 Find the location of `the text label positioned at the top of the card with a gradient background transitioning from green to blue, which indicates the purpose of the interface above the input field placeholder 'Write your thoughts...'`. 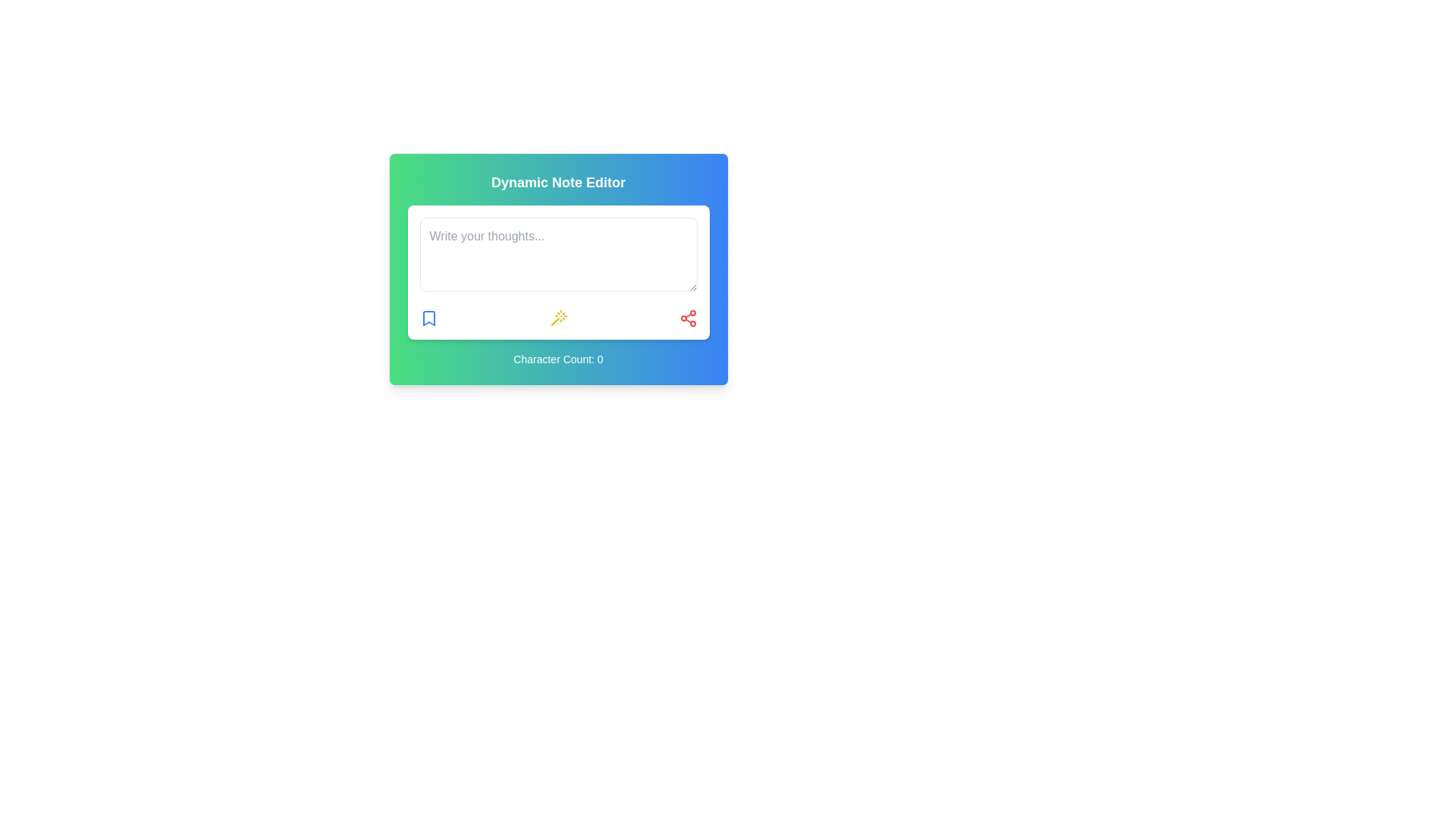

the text label positioned at the top of the card with a gradient background transitioning from green to blue, which indicates the purpose of the interface above the input field placeholder 'Write your thoughts...' is located at coordinates (557, 181).